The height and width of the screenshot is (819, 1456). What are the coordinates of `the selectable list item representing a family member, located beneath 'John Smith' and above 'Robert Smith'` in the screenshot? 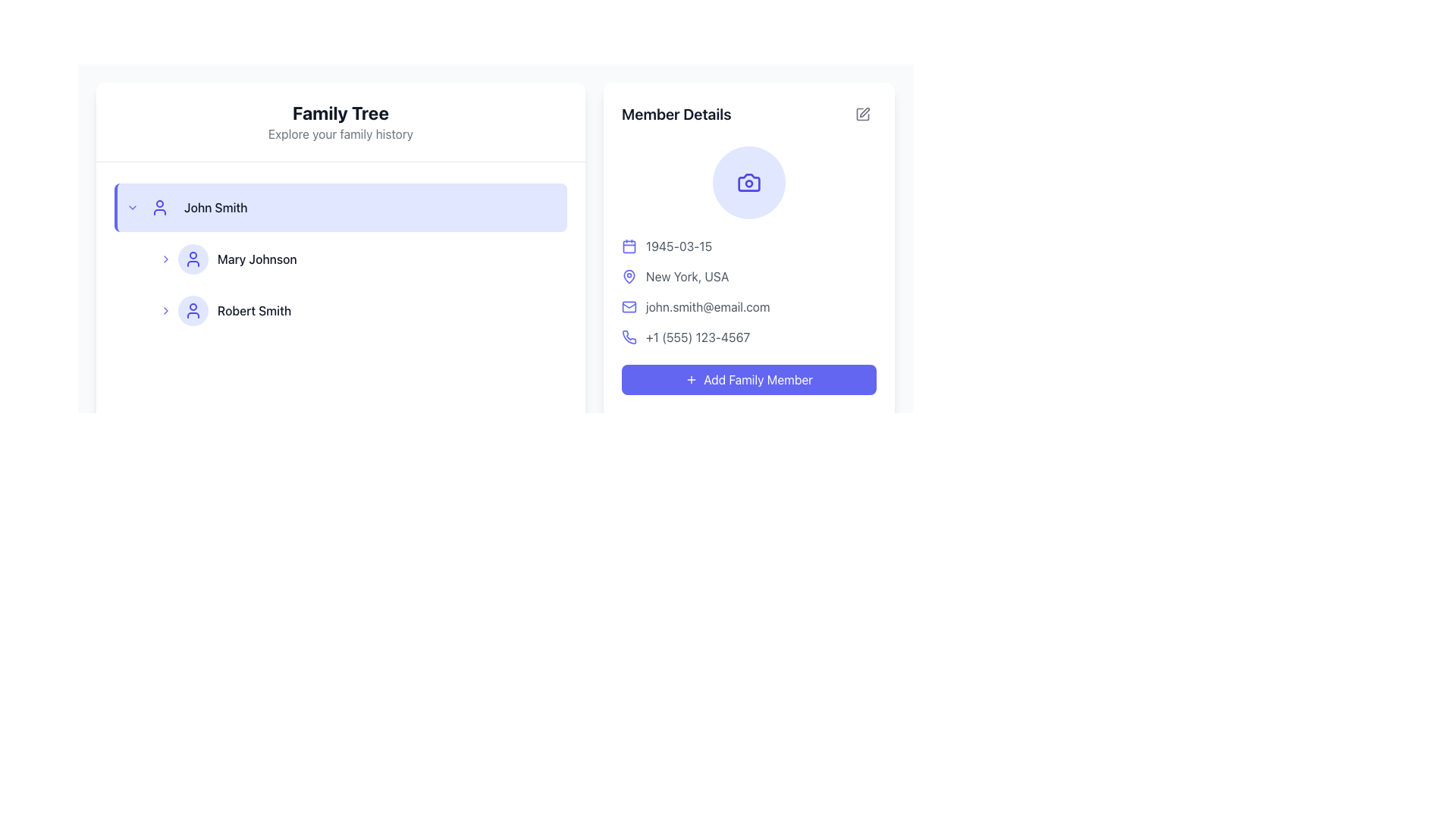 It's located at (340, 259).